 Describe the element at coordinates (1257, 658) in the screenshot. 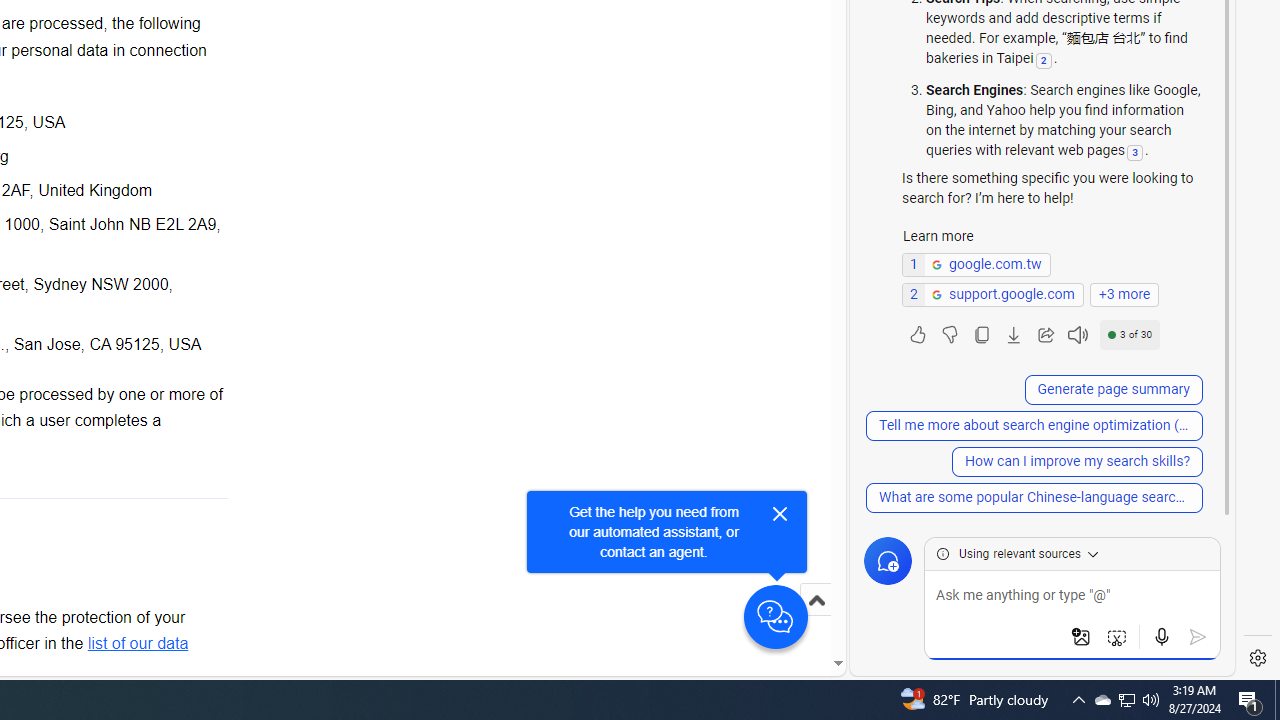

I see `'Settings'` at that location.